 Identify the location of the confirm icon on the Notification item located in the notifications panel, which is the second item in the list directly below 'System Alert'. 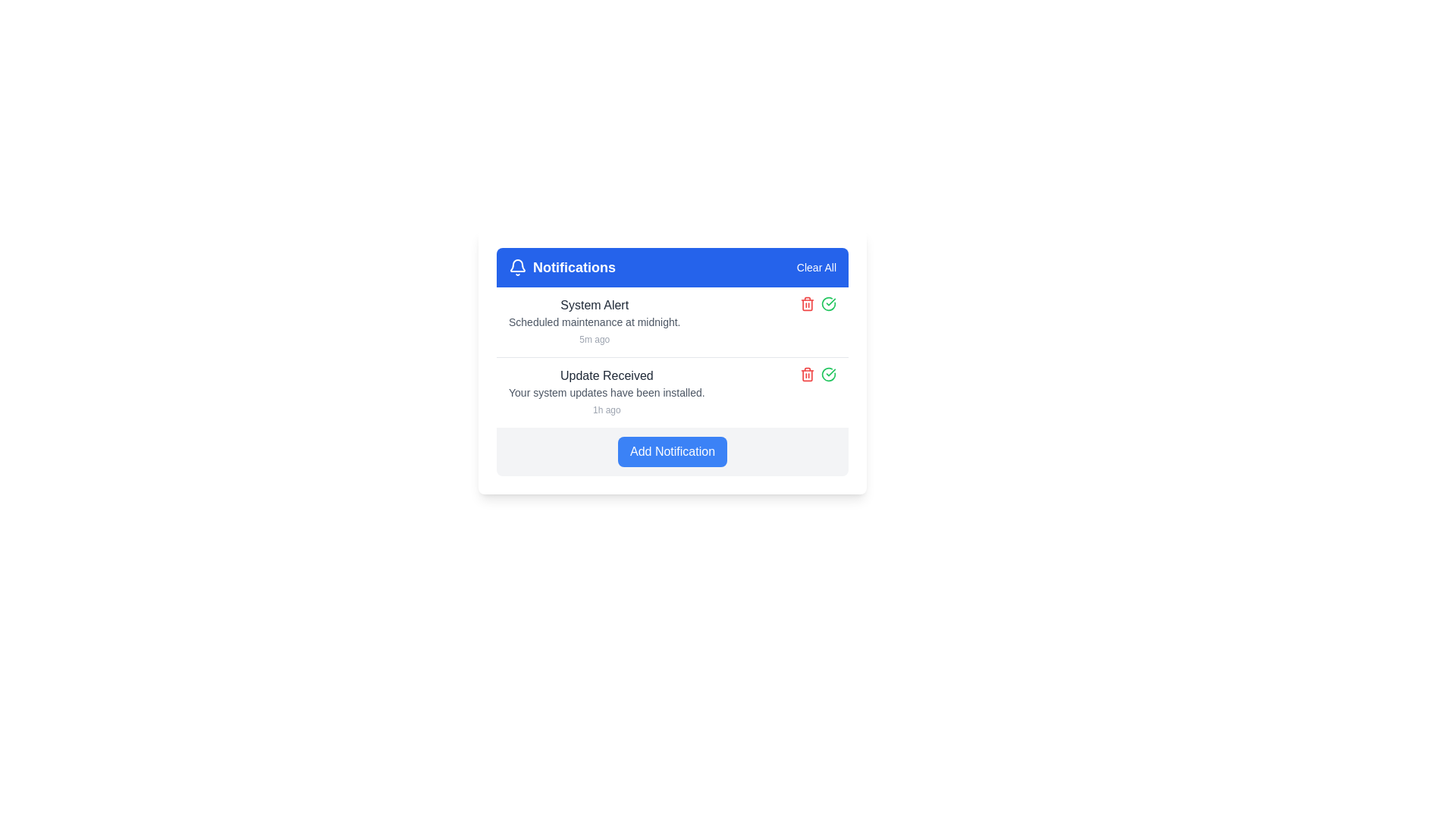
(672, 391).